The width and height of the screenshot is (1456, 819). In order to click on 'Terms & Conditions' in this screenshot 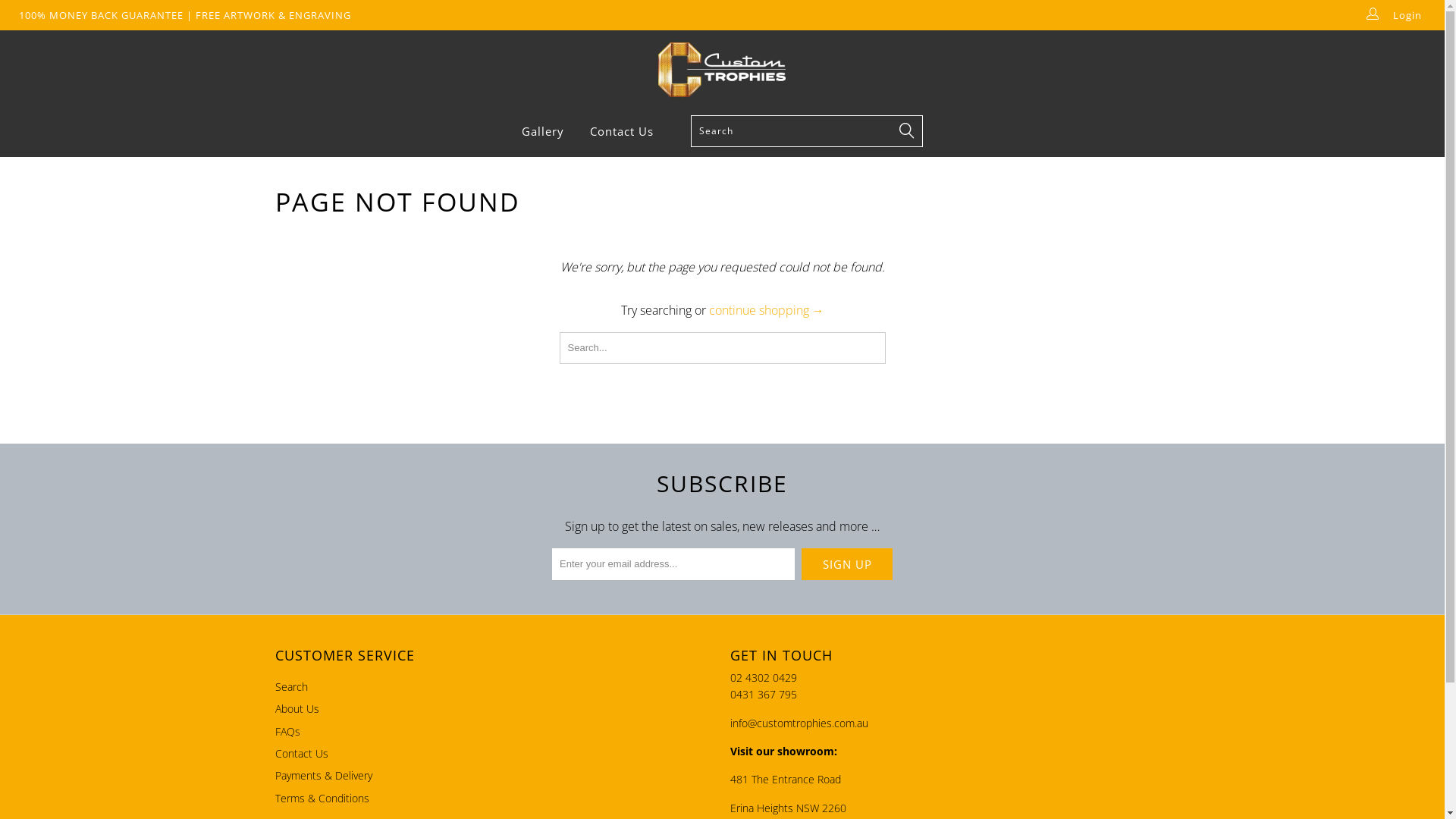, I will do `click(320, 797)`.